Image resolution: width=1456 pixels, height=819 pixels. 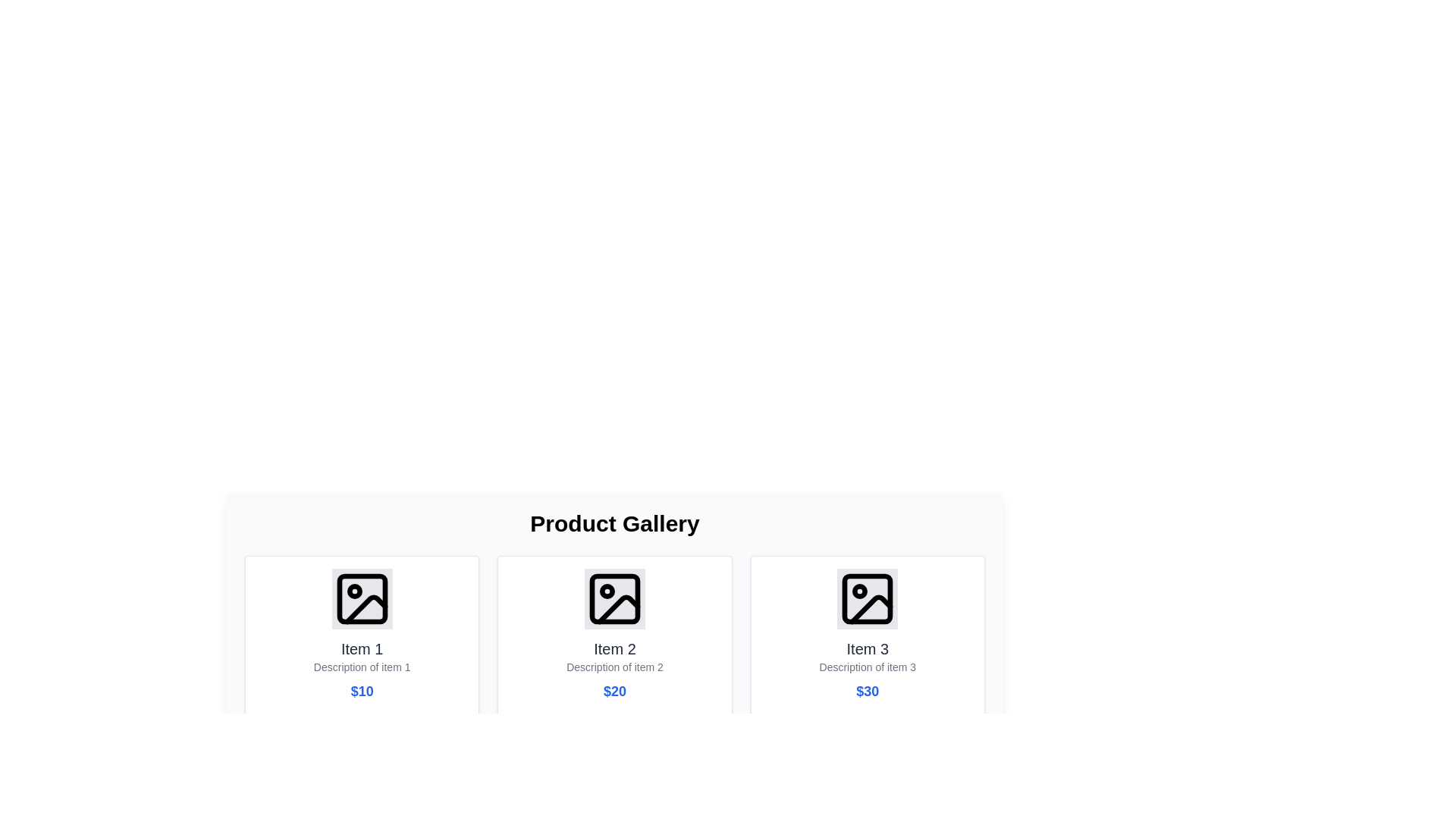 I want to click on the product card displaying 'Item 3' in the grid layout, located in the first row and third column, so click(x=868, y=635).